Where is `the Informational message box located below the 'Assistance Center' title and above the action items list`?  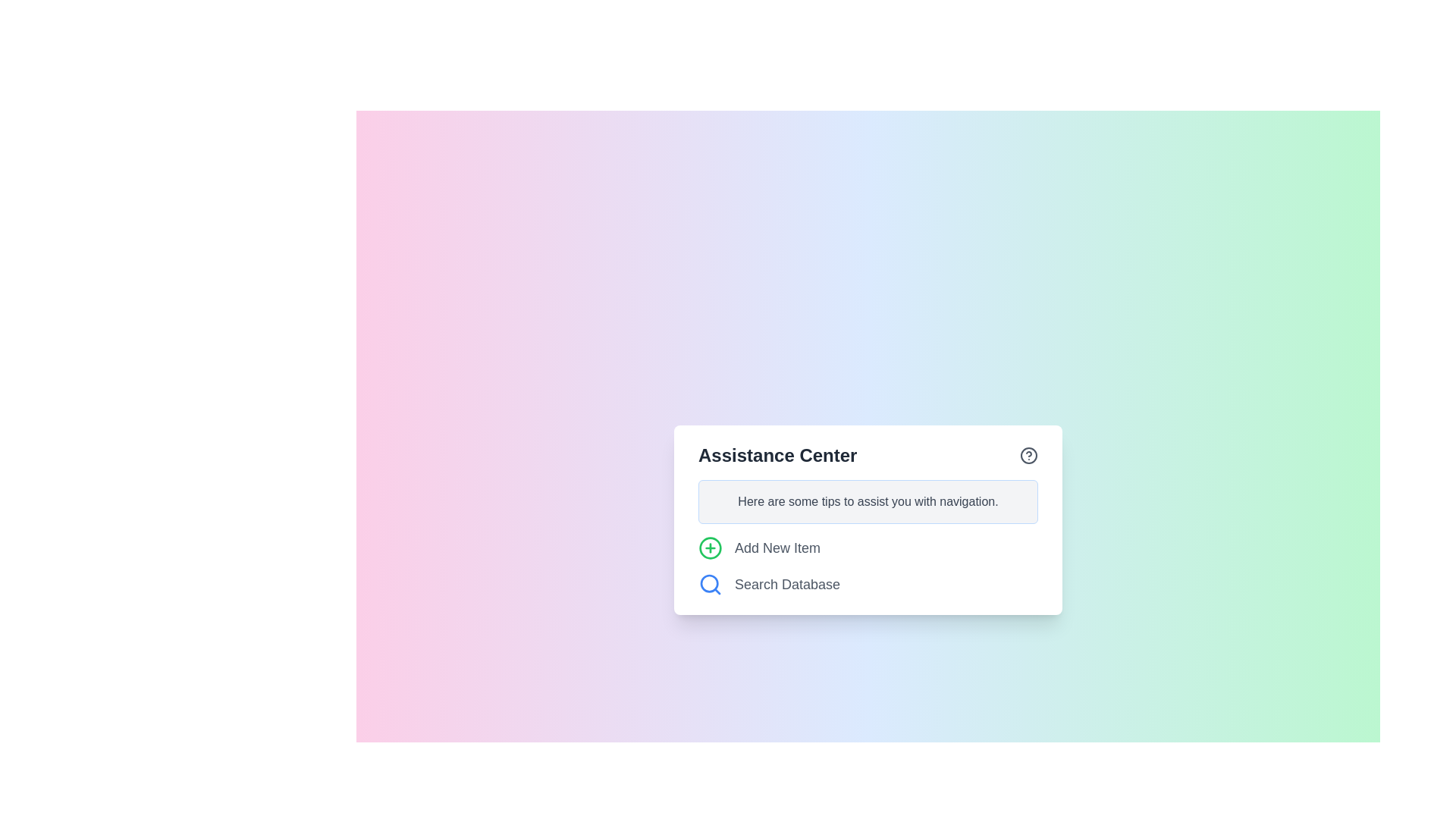
the Informational message box located below the 'Assistance Center' title and above the action items list is located at coordinates (868, 502).